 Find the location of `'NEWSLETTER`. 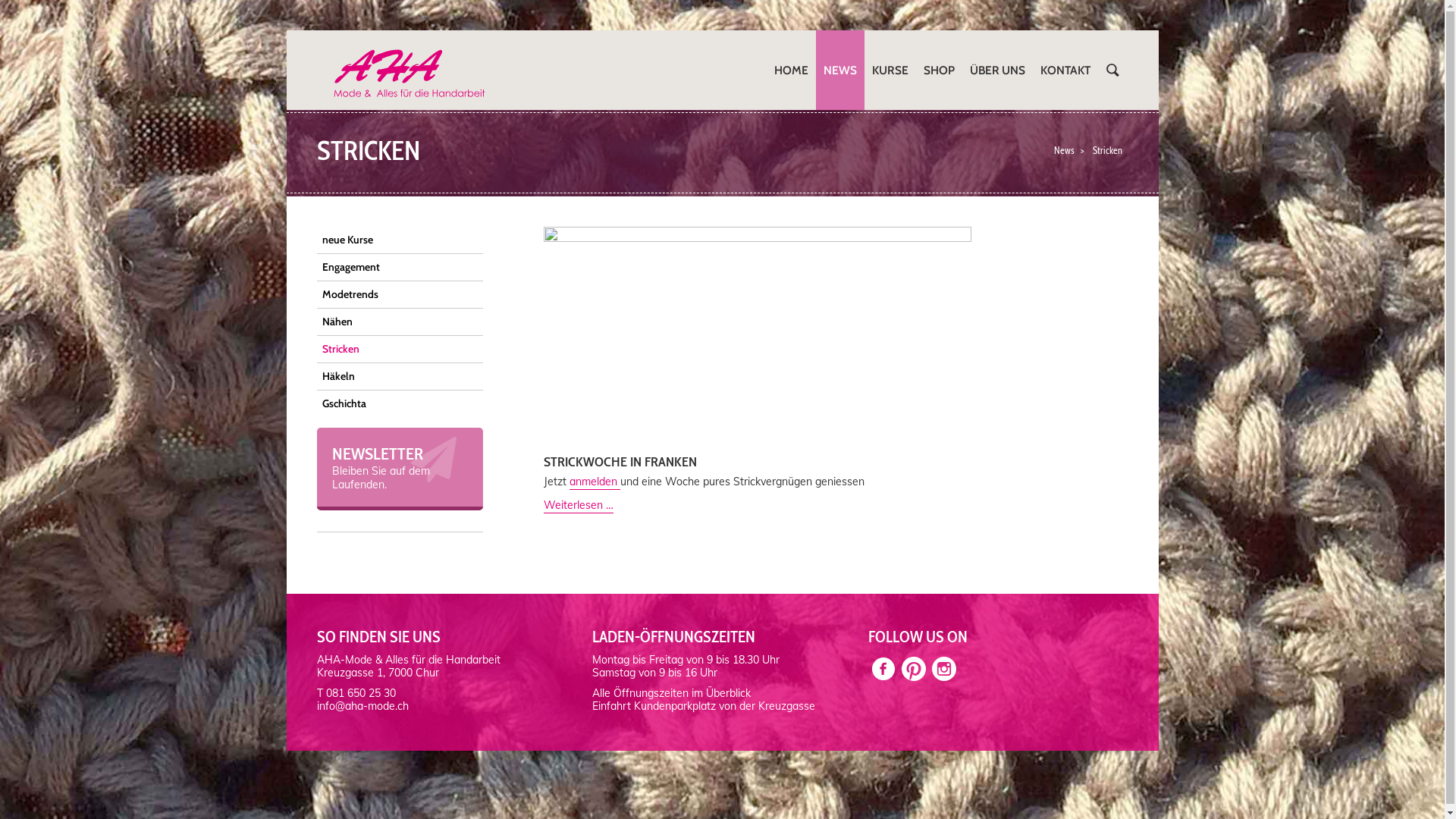

'NEWSLETTER is located at coordinates (400, 468).